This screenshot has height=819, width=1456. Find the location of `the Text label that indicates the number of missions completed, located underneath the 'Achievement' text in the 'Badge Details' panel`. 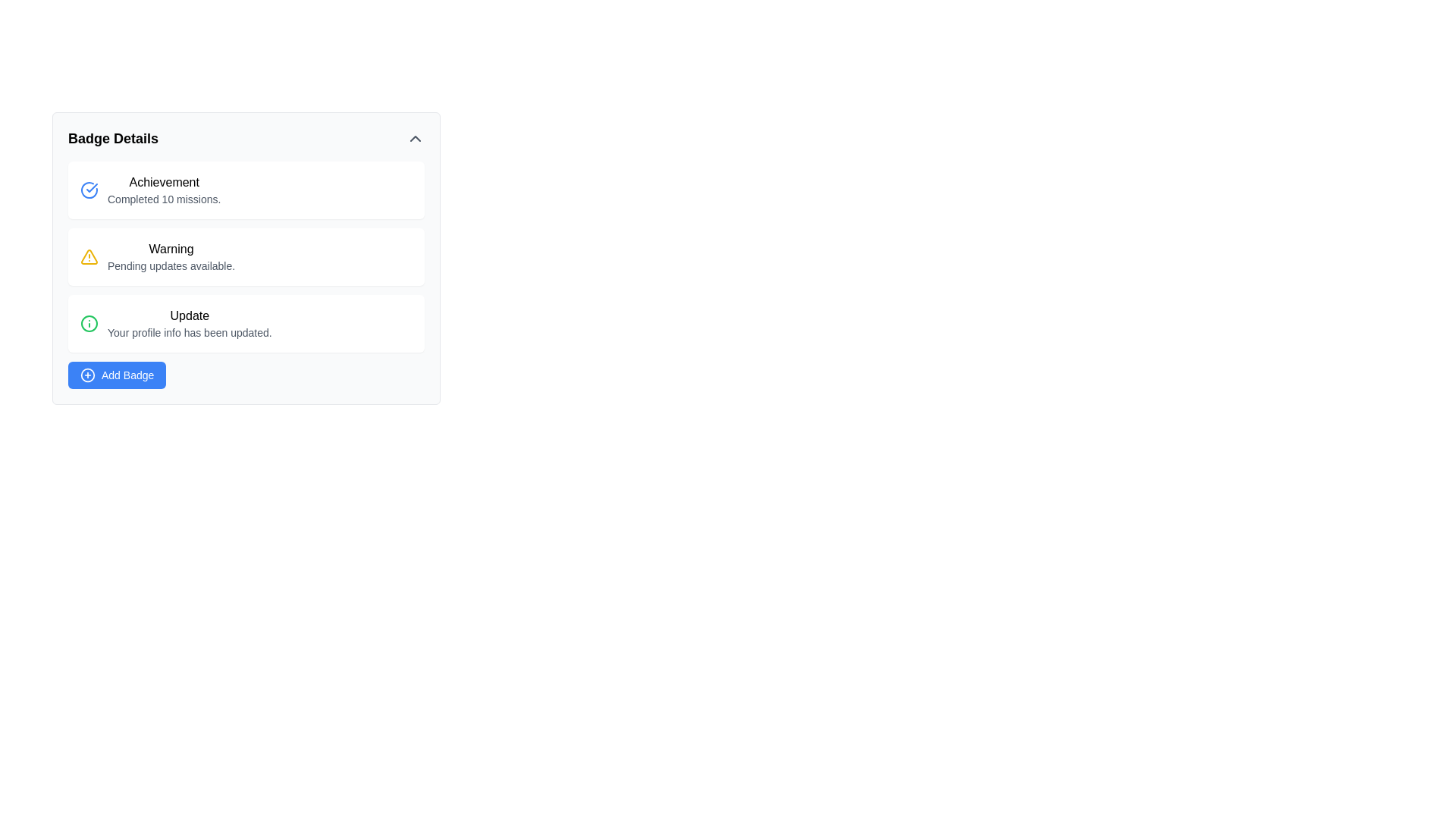

the Text label that indicates the number of missions completed, located underneath the 'Achievement' text in the 'Badge Details' panel is located at coordinates (164, 198).